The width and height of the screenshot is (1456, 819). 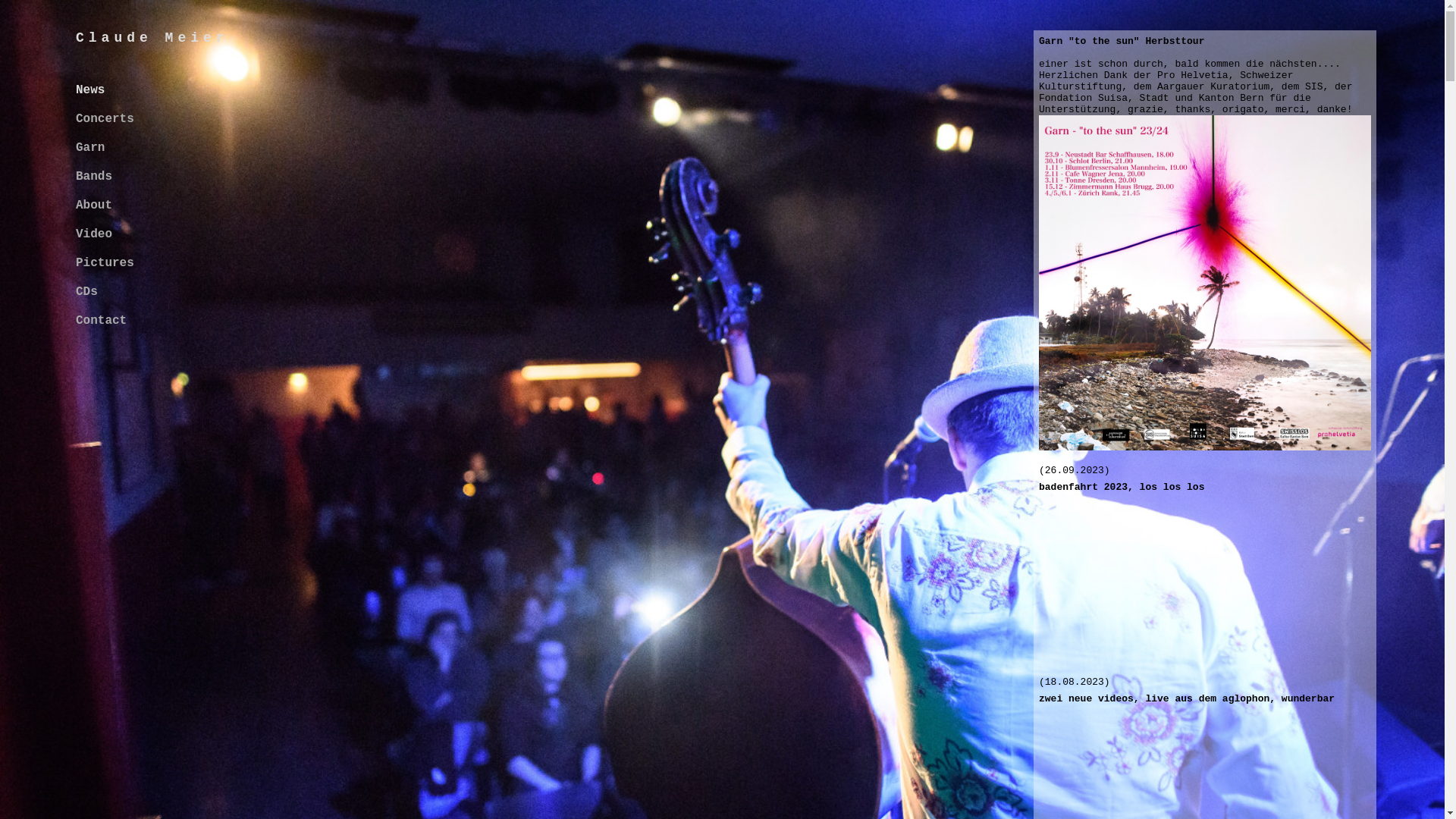 What do you see at coordinates (100, 320) in the screenshot?
I see `'Contact'` at bounding box center [100, 320].